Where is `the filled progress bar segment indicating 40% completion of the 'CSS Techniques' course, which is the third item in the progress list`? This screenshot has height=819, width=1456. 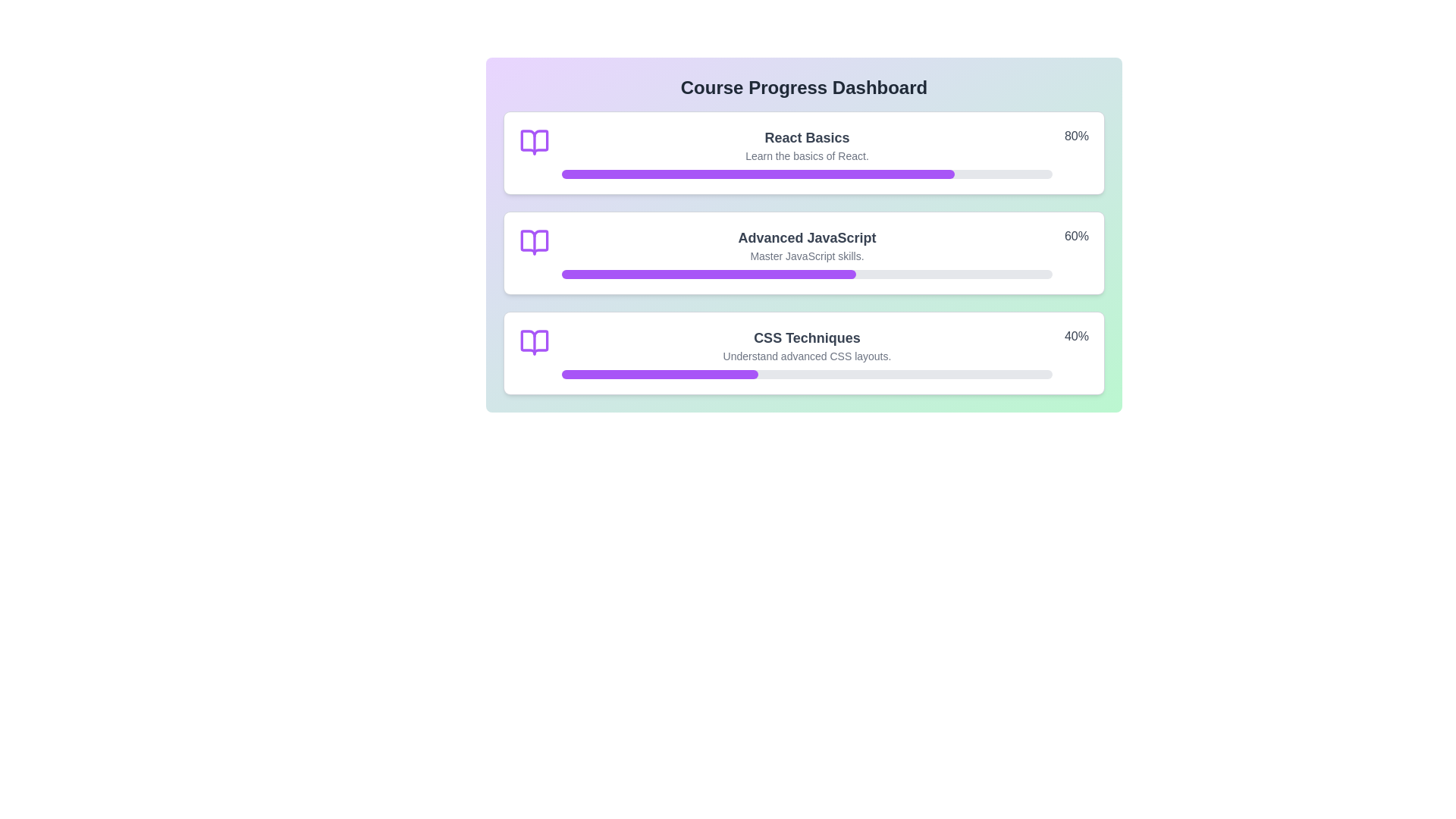 the filled progress bar segment indicating 40% completion of the 'CSS Techniques' course, which is the third item in the progress list is located at coordinates (660, 374).